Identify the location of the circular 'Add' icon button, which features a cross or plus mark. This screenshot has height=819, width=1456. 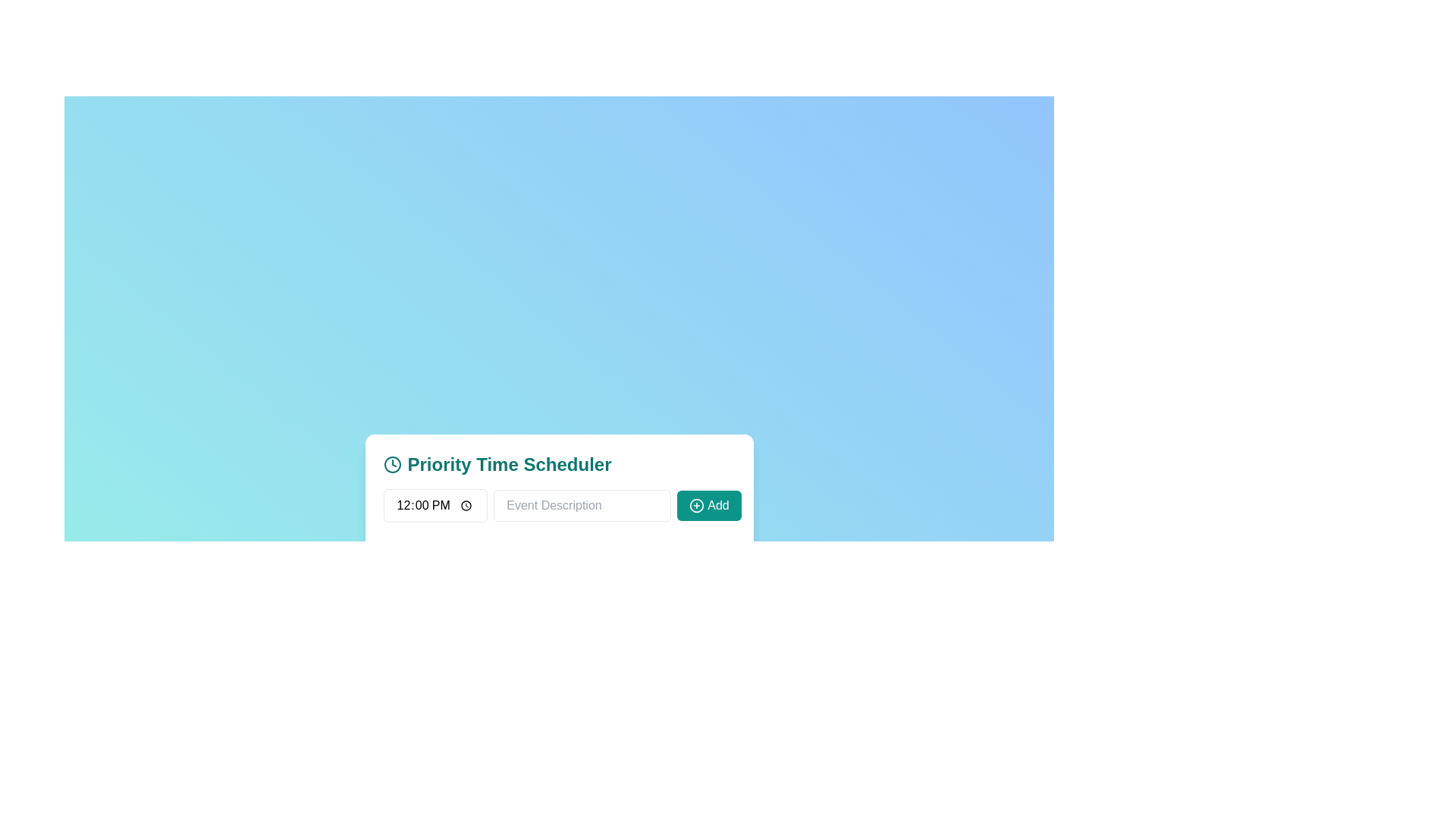
(696, 506).